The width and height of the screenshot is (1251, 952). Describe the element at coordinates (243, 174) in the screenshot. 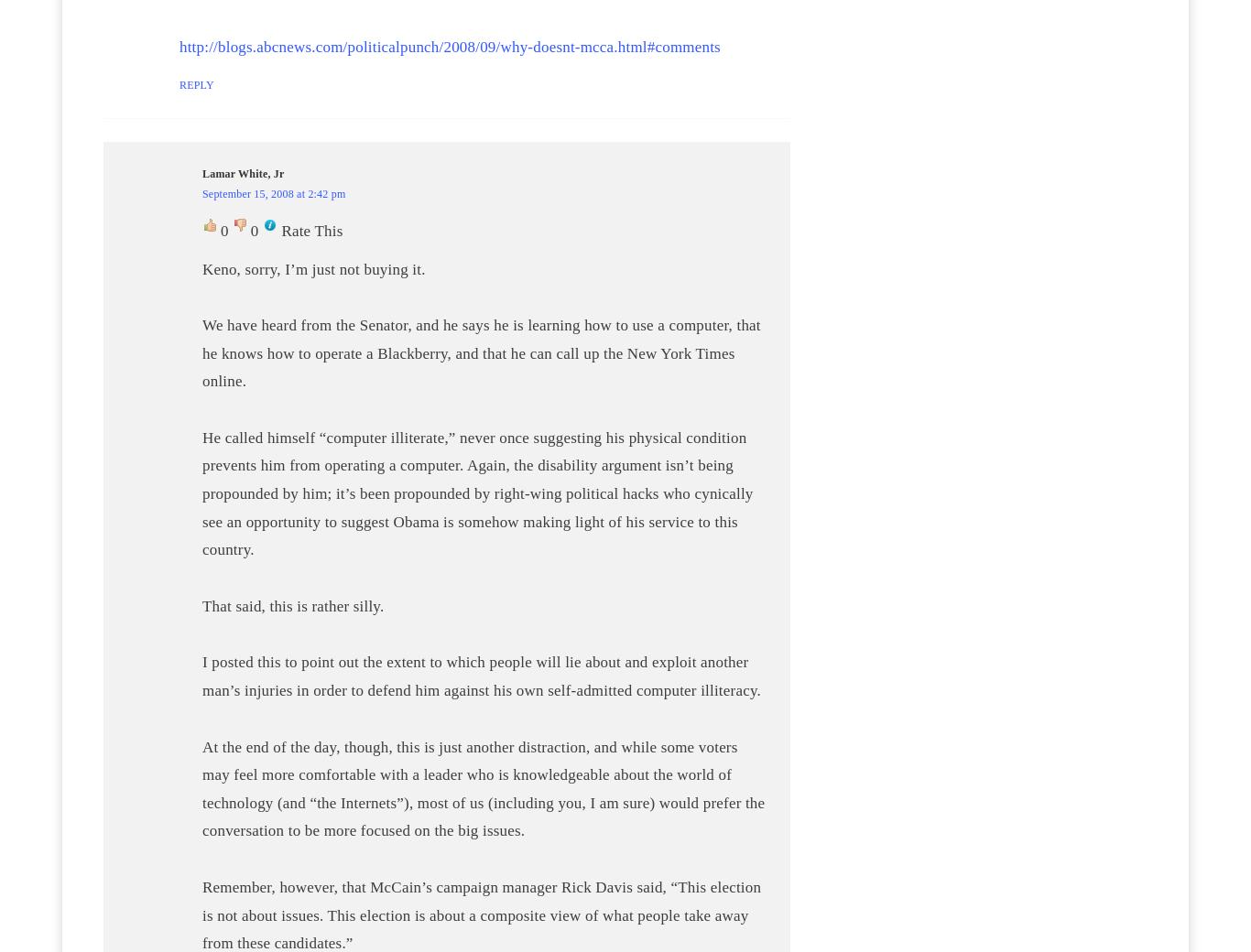

I see `'Lamar White, Jr'` at that location.